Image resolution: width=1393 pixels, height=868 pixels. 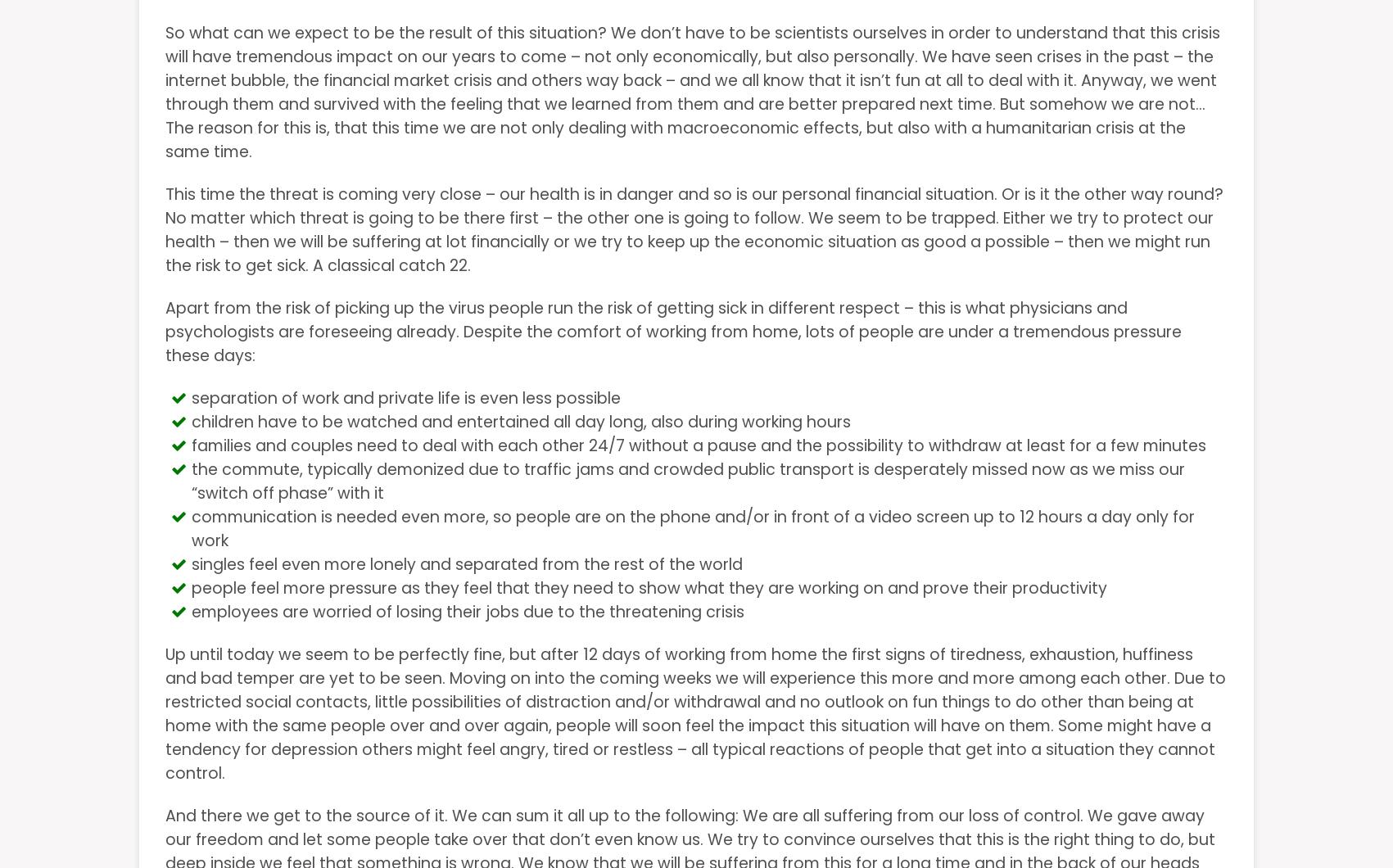 What do you see at coordinates (693, 92) in the screenshot?
I see `'So what can we expect to be the result of this situation? We don’t have to be scientists ourselves in order to understand that this crisis will have tremendous impact on our years to come – not only economically, but also personally. We have seen crises in the past – the internet bubble, the financial market crisis and others way back – and we all know that it isn’t fun at all to deal with it. Anyway, we went through them and survived with the feeling that we learned from them and are better prepared next time. But somehow we are not… The reason for this is, that this time we are not only dealing with macroeconomic effects, but also with a humanitarian crisis at the same time.'` at bounding box center [693, 92].